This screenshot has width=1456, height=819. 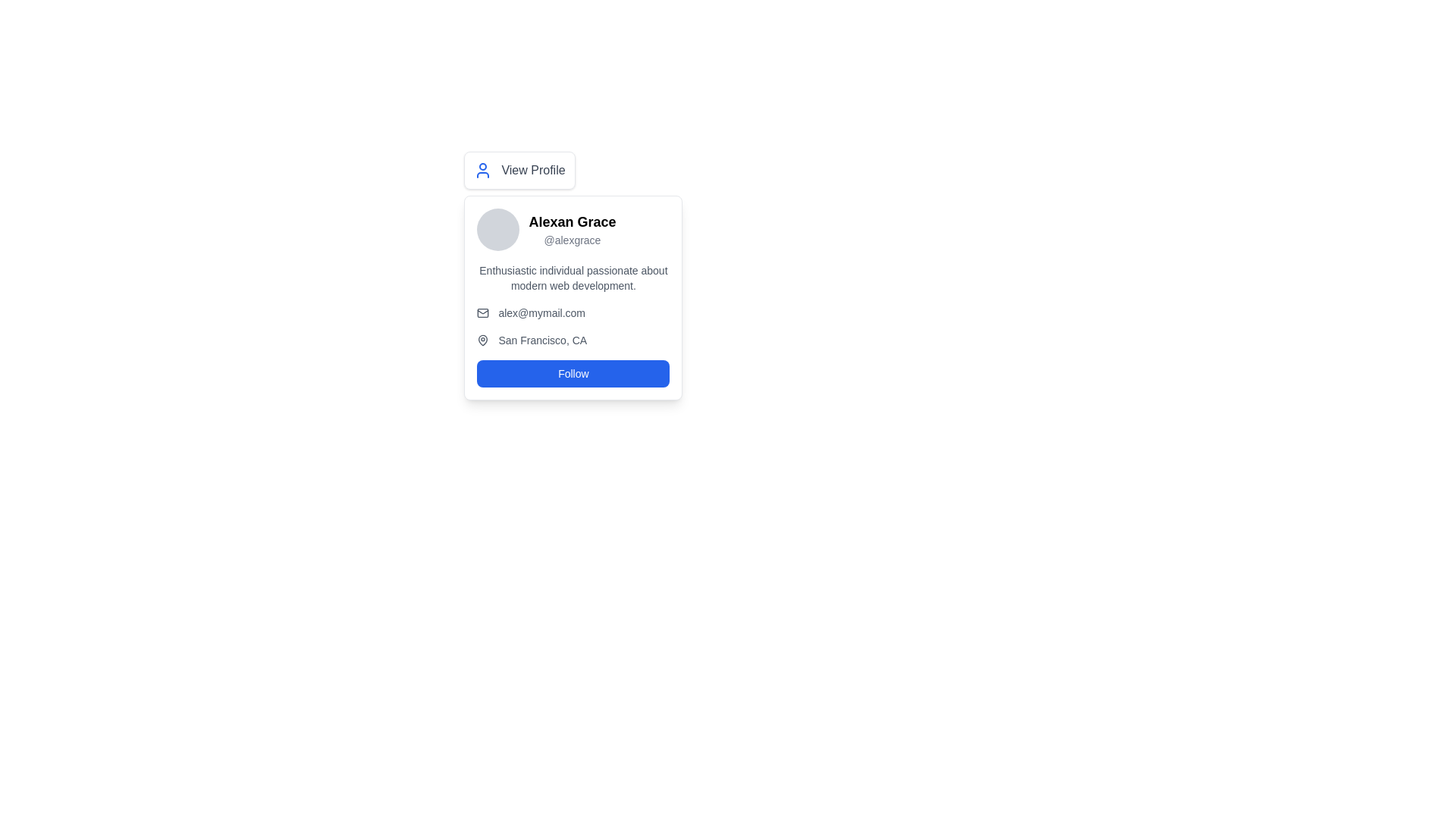 What do you see at coordinates (573, 312) in the screenshot?
I see `the Profile information component that contains the mail icon and the email address 'alex@mymail.com', which is positioned below the user's description and above the location text` at bounding box center [573, 312].